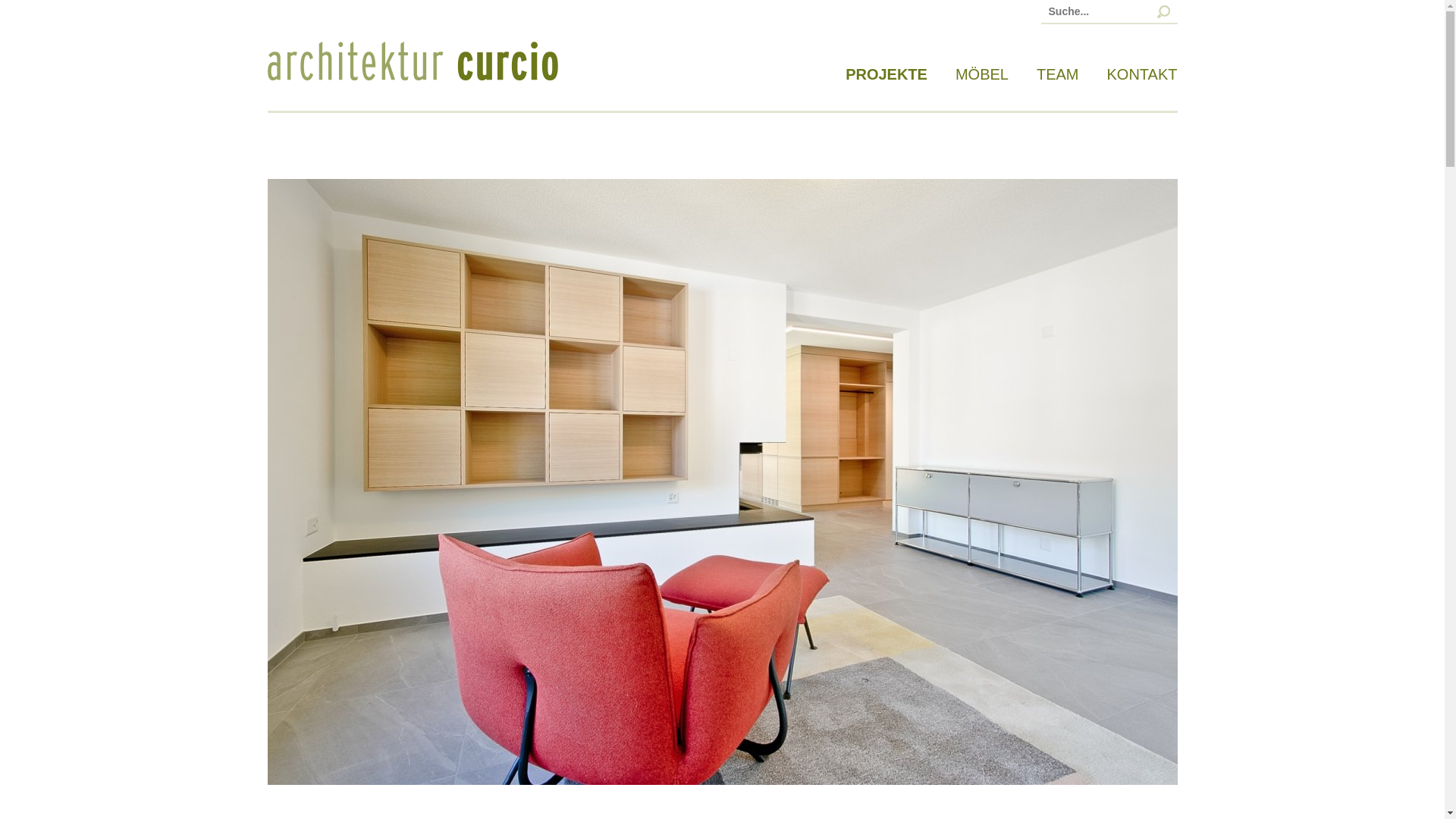 Image resolution: width=1456 pixels, height=819 pixels. What do you see at coordinates (886, 74) in the screenshot?
I see `'PROJEKTE'` at bounding box center [886, 74].